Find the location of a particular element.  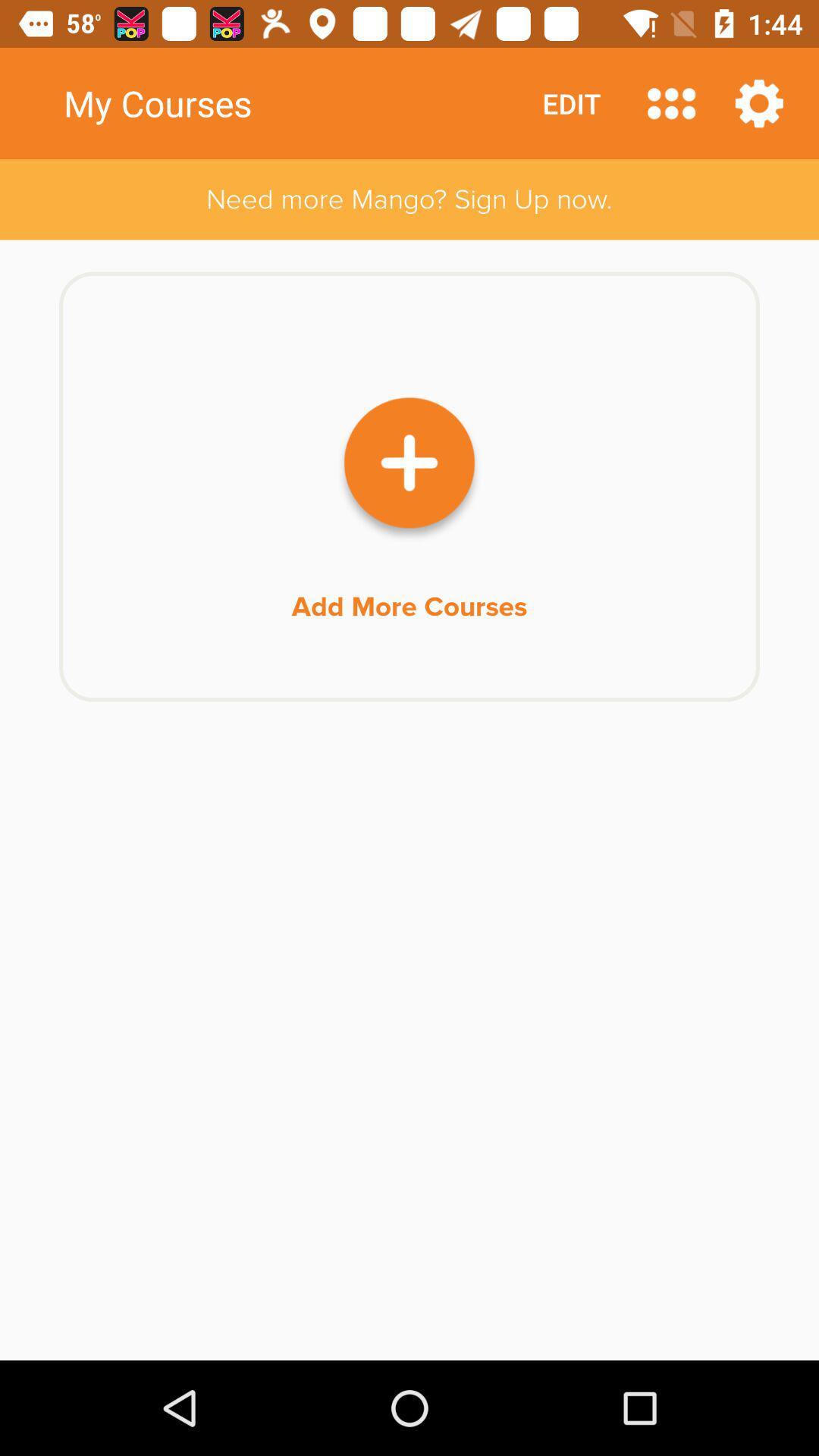

another options is located at coordinates (670, 102).